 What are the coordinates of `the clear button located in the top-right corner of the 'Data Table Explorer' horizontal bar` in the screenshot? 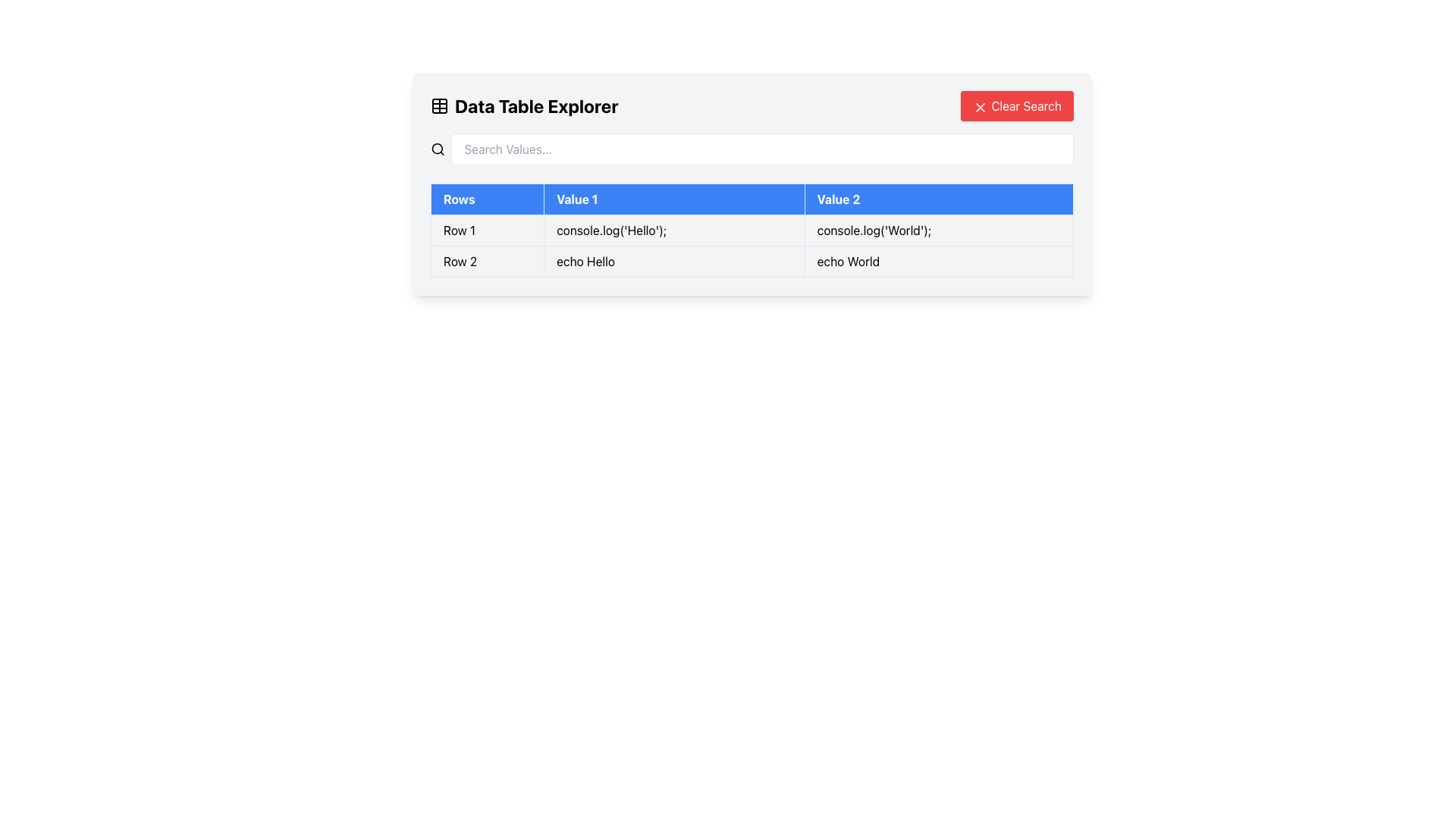 It's located at (1017, 105).